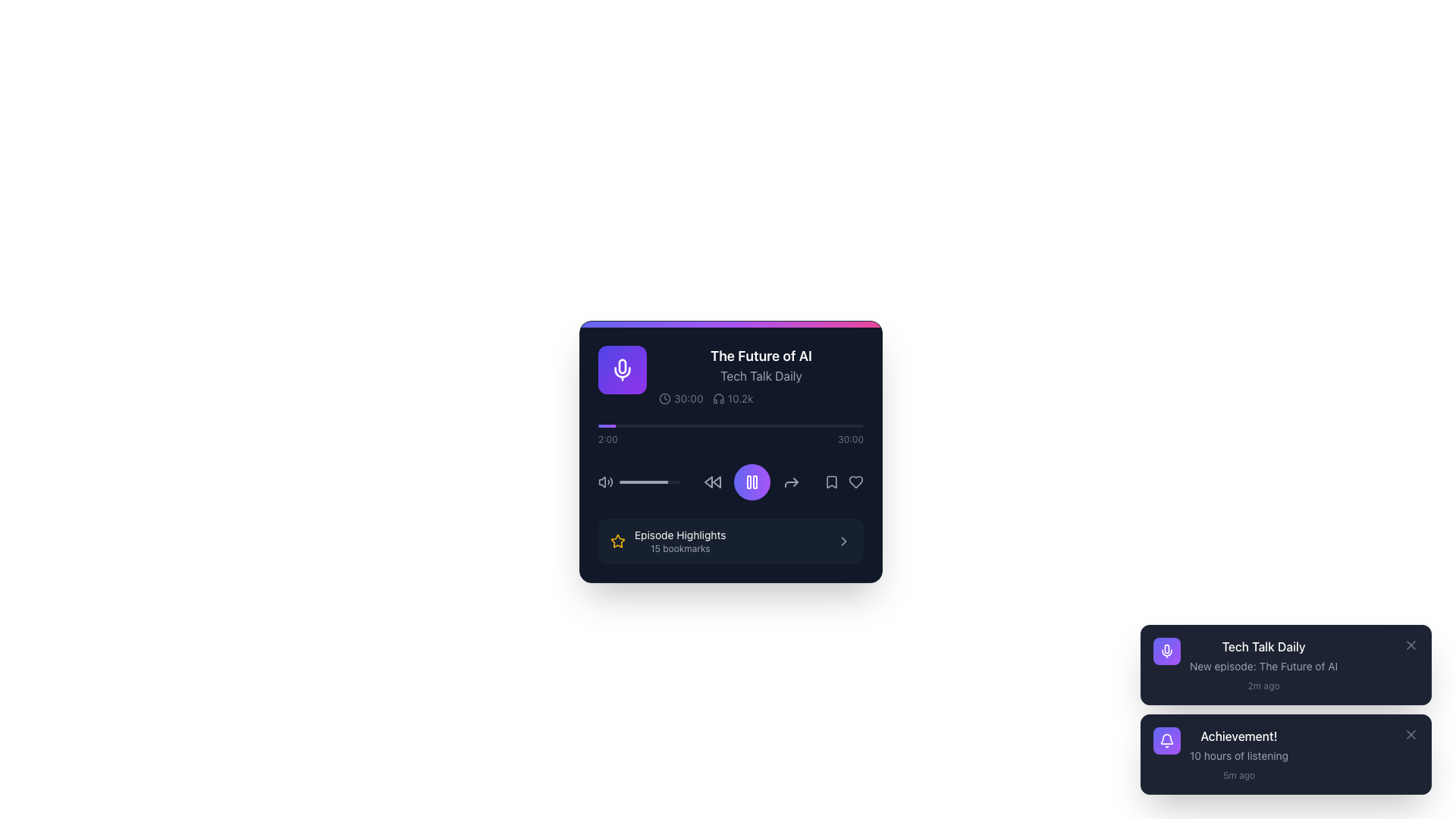 The width and height of the screenshot is (1456, 819). What do you see at coordinates (843, 482) in the screenshot?
I see `the icon group` at bounding box center [843, 482].